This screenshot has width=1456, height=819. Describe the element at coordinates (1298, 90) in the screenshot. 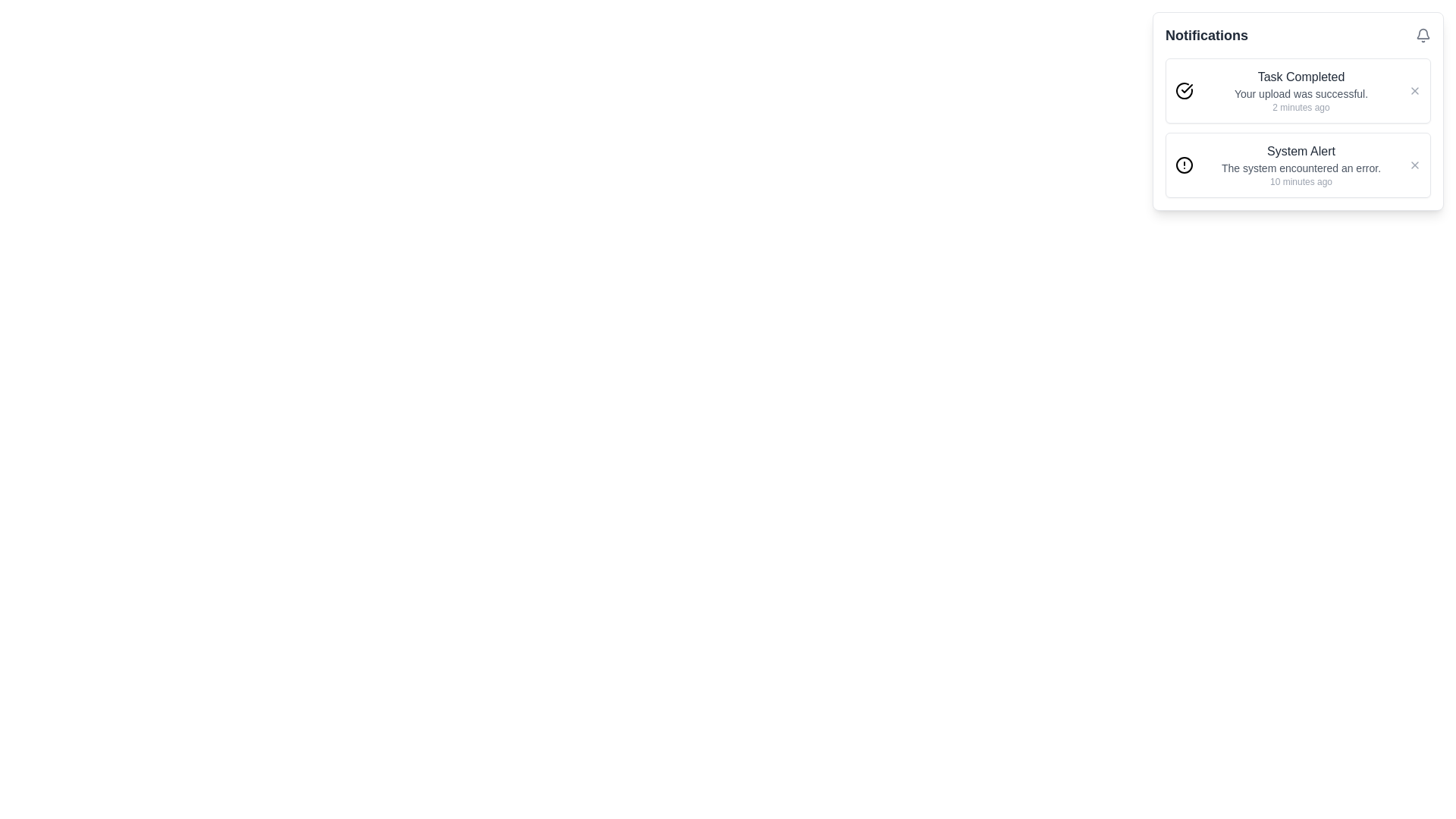

I see `details displayed on the top notification card within the notifications section, which provides feedback on a successfully completed task` at that location.